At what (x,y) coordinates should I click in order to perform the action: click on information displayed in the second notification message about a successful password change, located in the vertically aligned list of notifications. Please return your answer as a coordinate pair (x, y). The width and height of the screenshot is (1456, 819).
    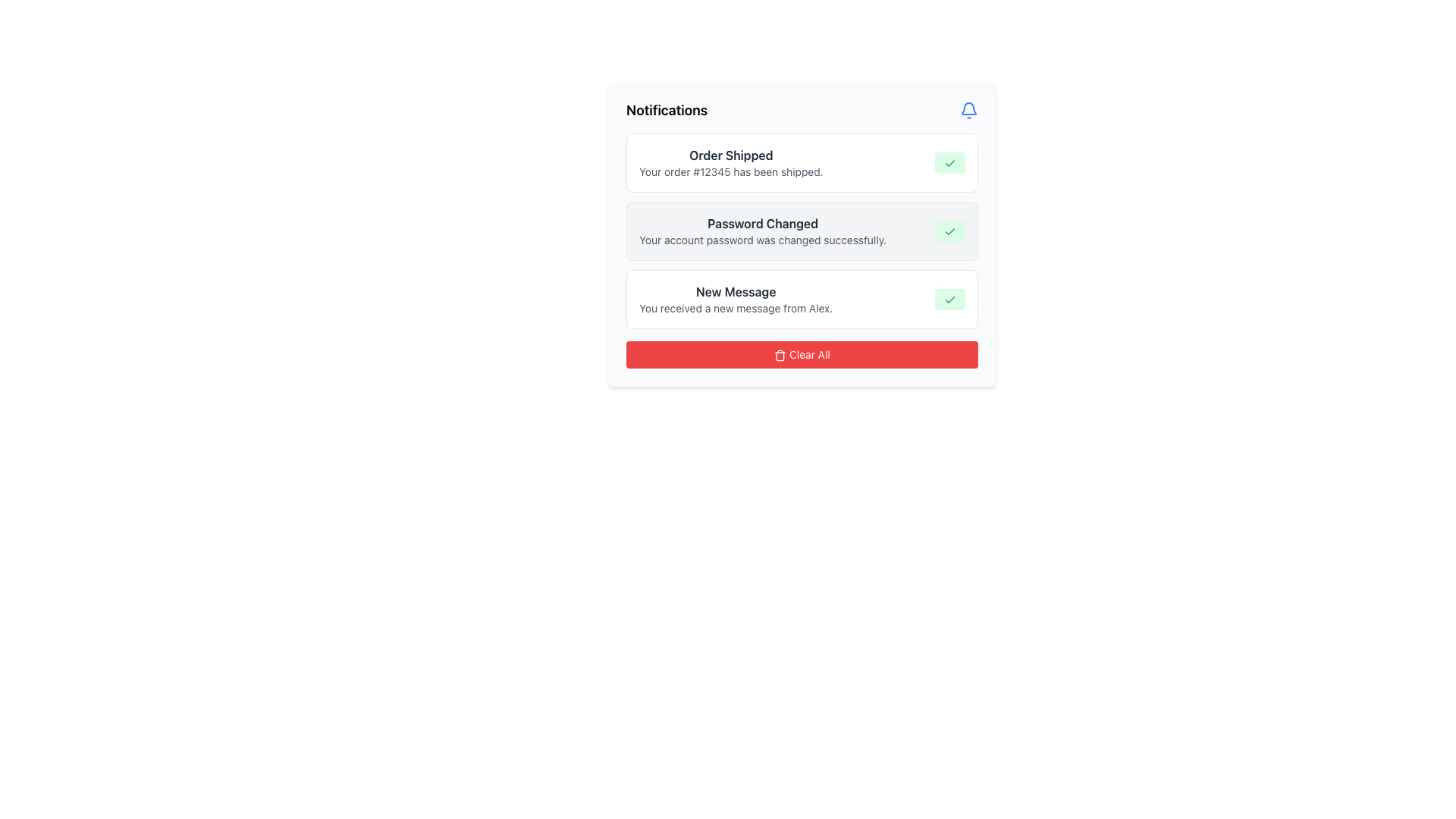
    Looking at the image, I should click on (763, 231).